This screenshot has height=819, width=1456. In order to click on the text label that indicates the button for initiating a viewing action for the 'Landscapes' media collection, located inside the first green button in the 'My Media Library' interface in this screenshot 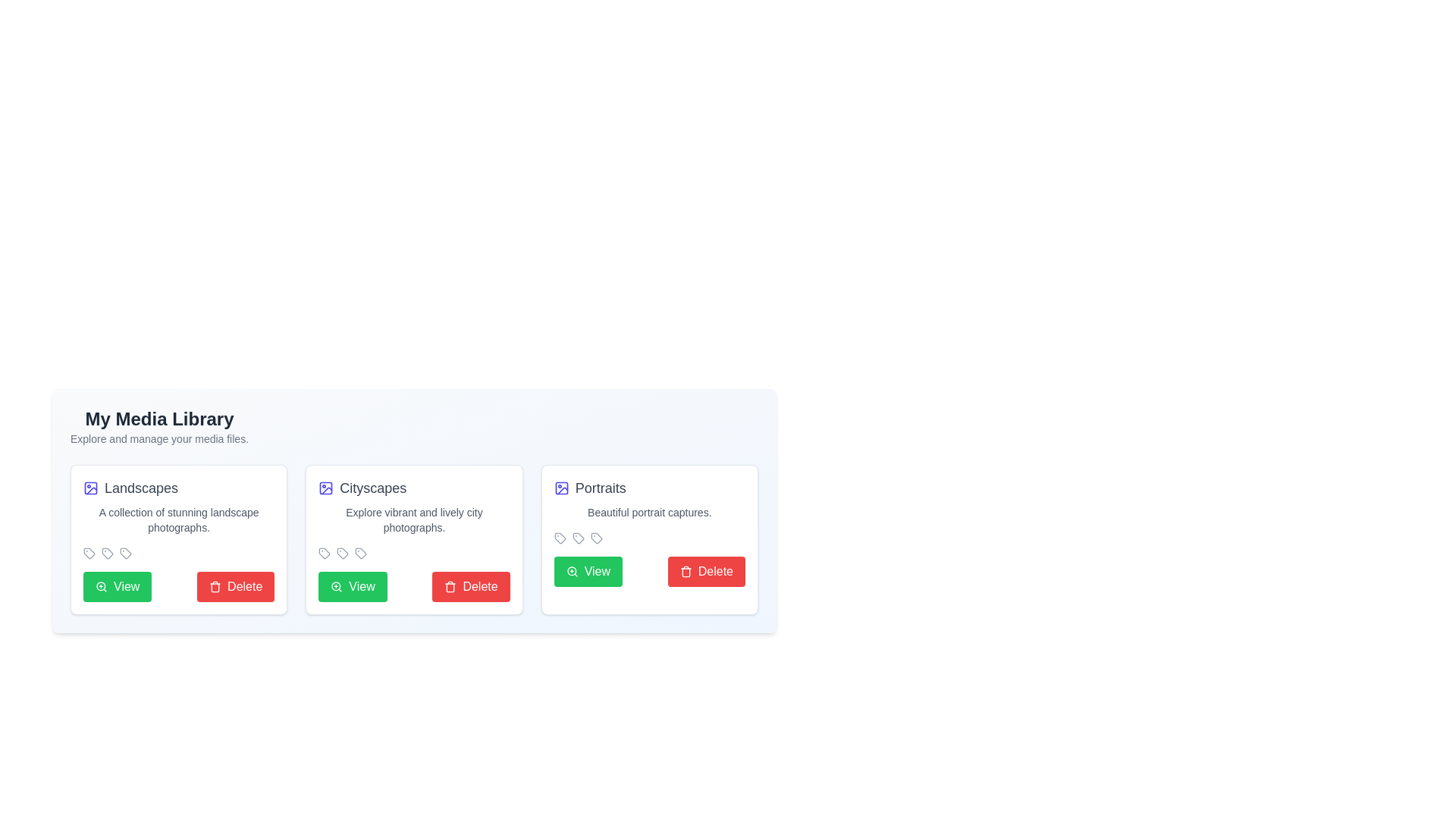, I will do `click(127, 586)`.